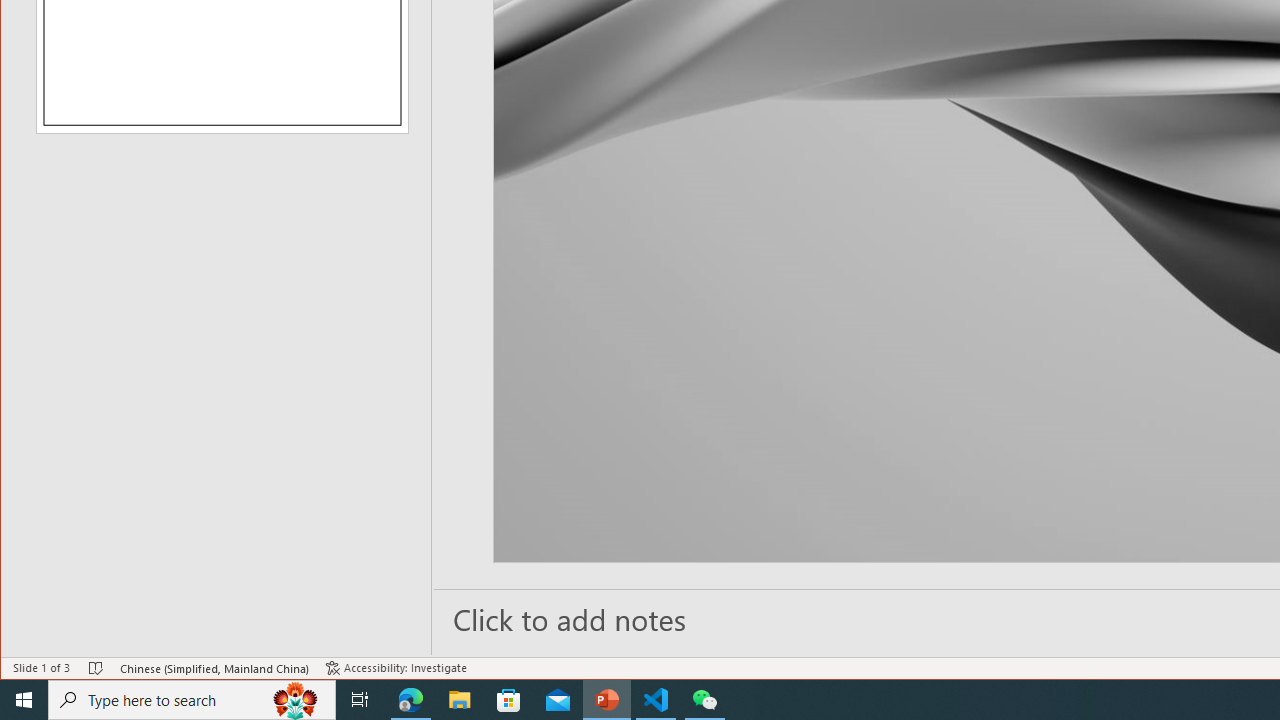 The width and height of the screenshot is (1280, 720). I want to click on 'Type here to search', so click(192, 698).